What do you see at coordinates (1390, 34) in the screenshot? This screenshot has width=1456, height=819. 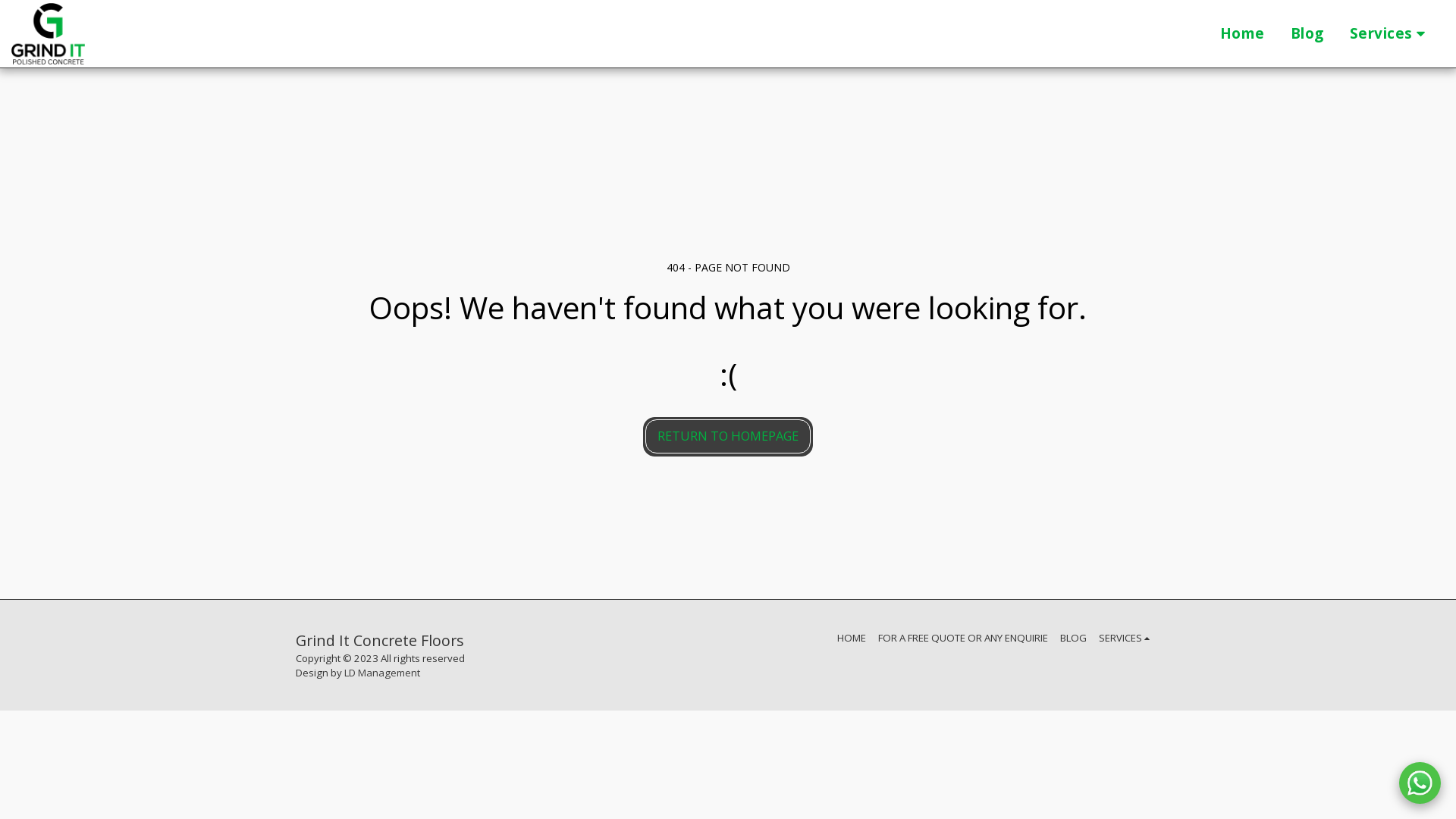 I see `'Services  '` at bounding box center [1390, 34].